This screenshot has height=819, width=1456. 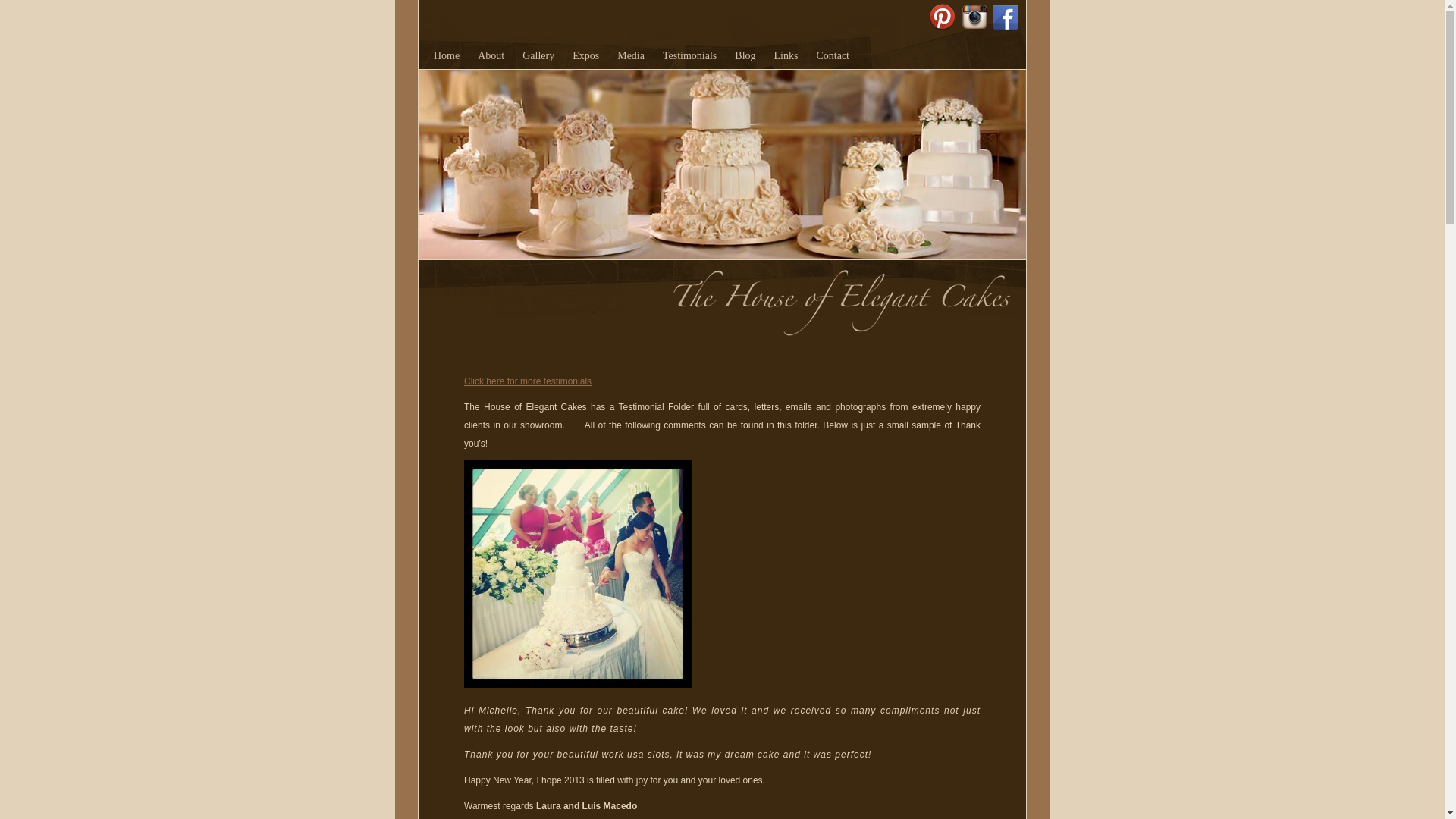 I want to click on 'Gallery', so click(x=538, y=55).